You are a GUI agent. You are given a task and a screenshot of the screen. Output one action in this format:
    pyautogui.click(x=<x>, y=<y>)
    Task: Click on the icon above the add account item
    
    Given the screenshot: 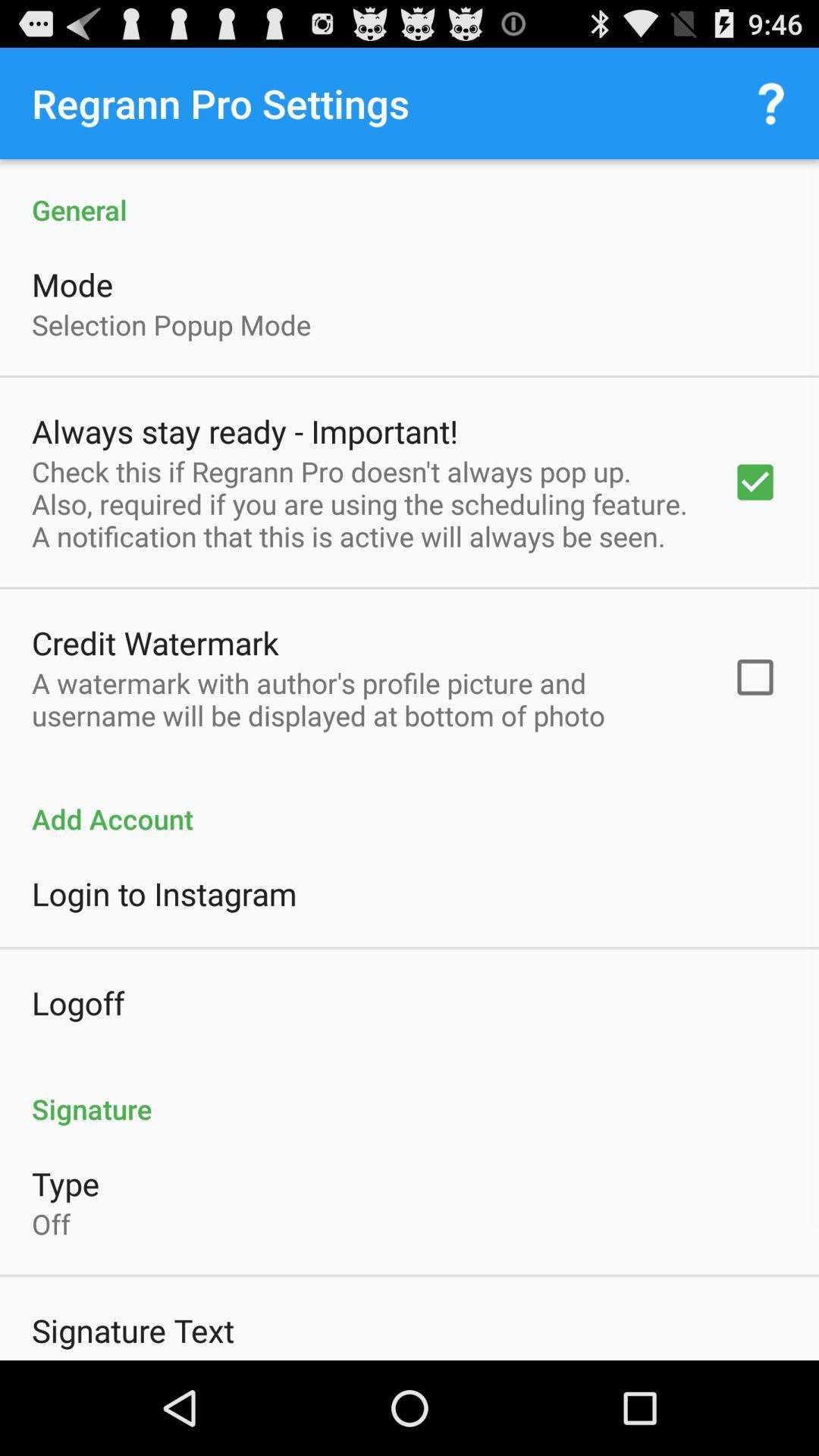 What is the action you would take?
    pyautogui.click(x=362, y=698)
    